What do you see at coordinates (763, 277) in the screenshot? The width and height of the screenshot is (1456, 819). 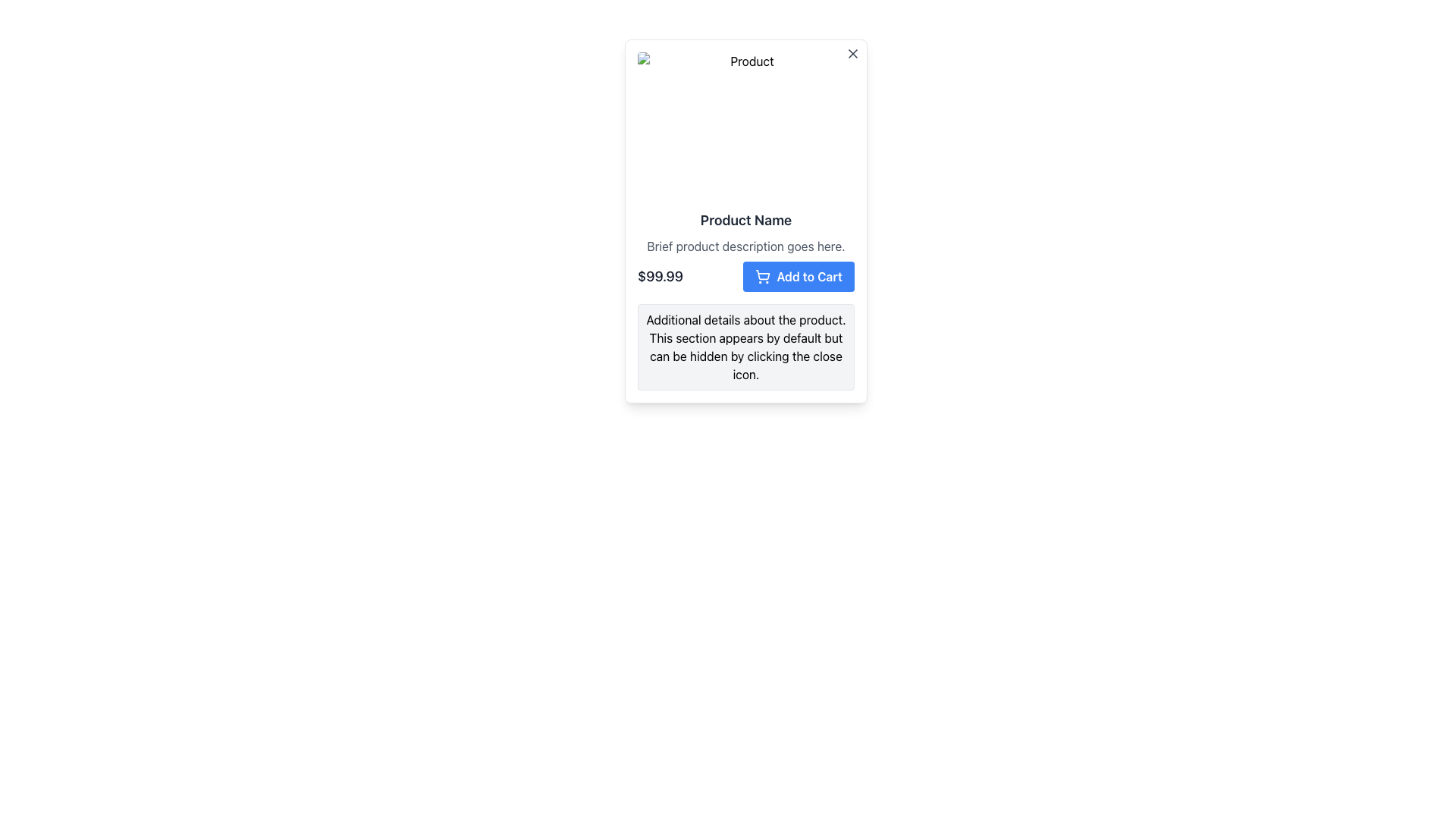 I see `the shopping cart icon located within the blue 'Add to Cart' button` at bounding box center [763, 277].